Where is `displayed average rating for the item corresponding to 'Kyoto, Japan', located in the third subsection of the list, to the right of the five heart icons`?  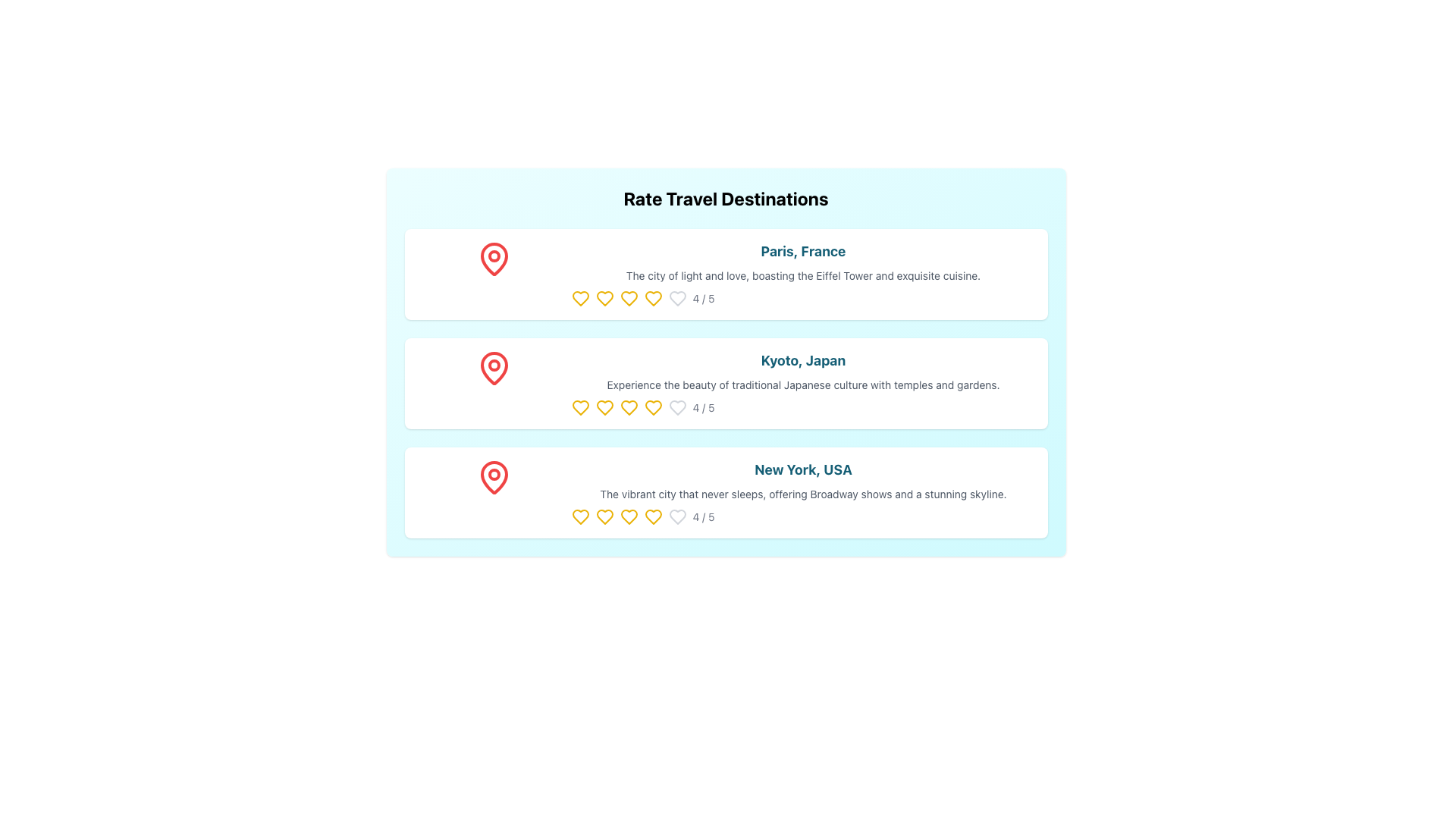 displayed average rating for the item corresponding to 'Kyoto, Japan', located in the third subsection of the list, to the right of the five heart icons is located at coordinates (802, 406).